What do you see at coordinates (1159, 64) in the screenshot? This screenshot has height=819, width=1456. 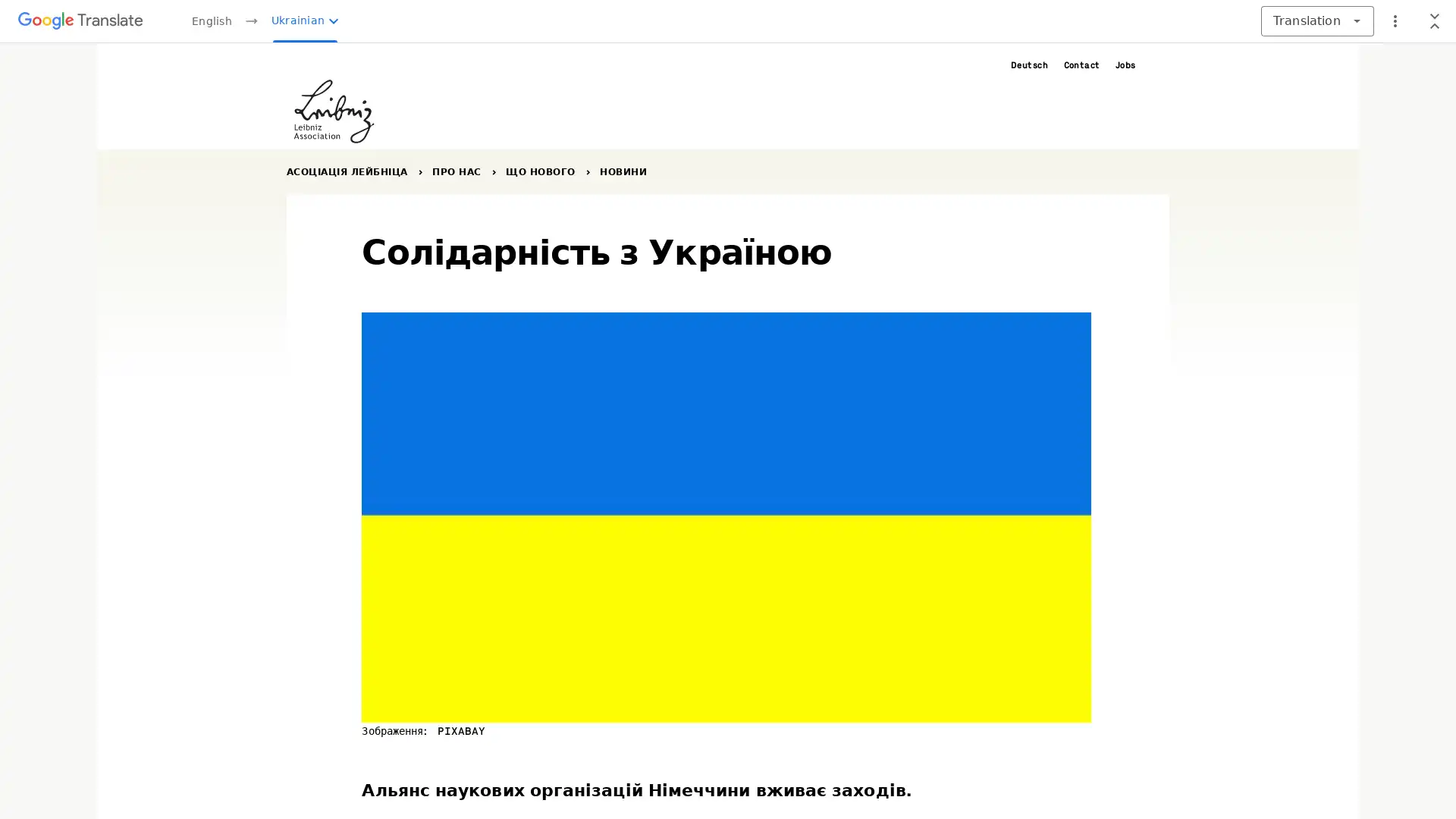 I see `Suchefunktion Offnen` at bounding box center [1159, 64].